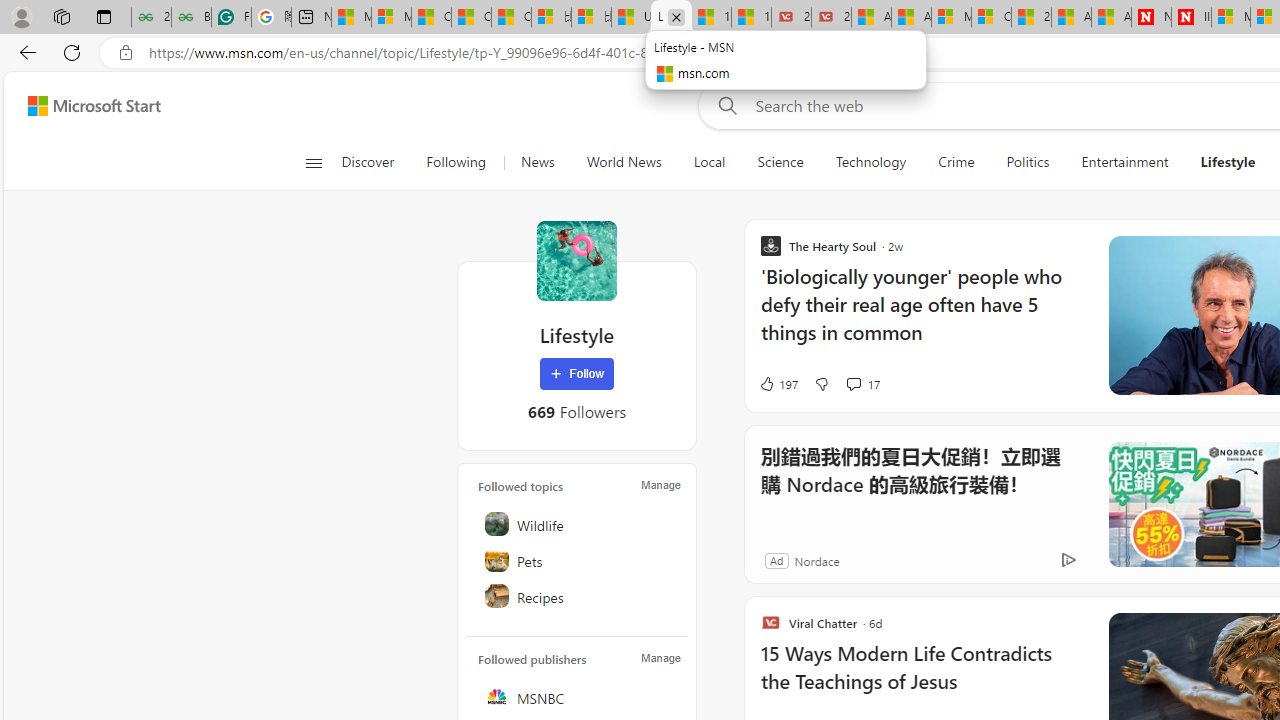 This screenshot has width=1280, height=720. What do you see at coordinates (921, 677) in the screenshot?
I see `'15 Ways Modern Life Contradicts the Teachings of Jesus'` at bounding box center [921, 677].